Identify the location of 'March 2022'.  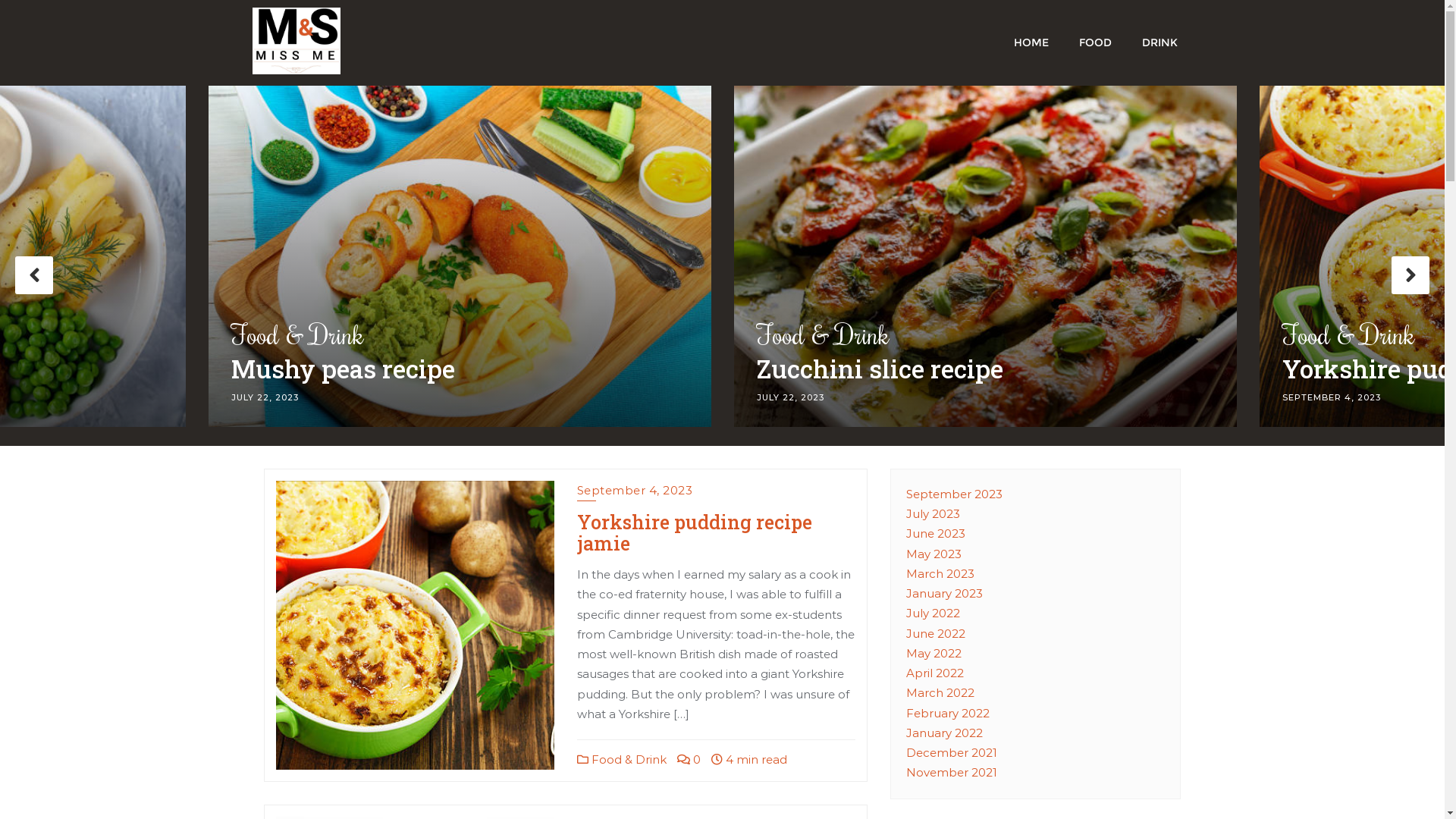
(906, 692).